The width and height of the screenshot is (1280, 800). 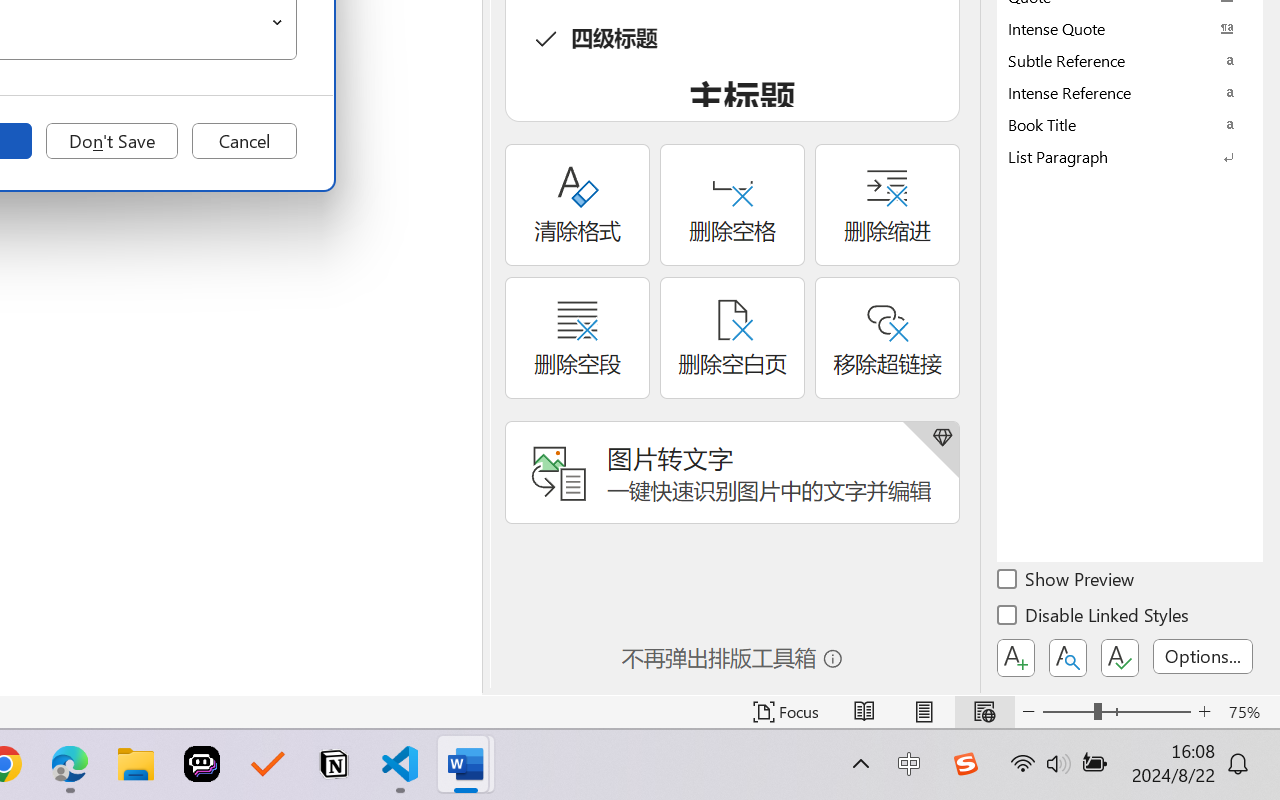 I want to click on 'Zoom Out', so click(x=1067, y=711).